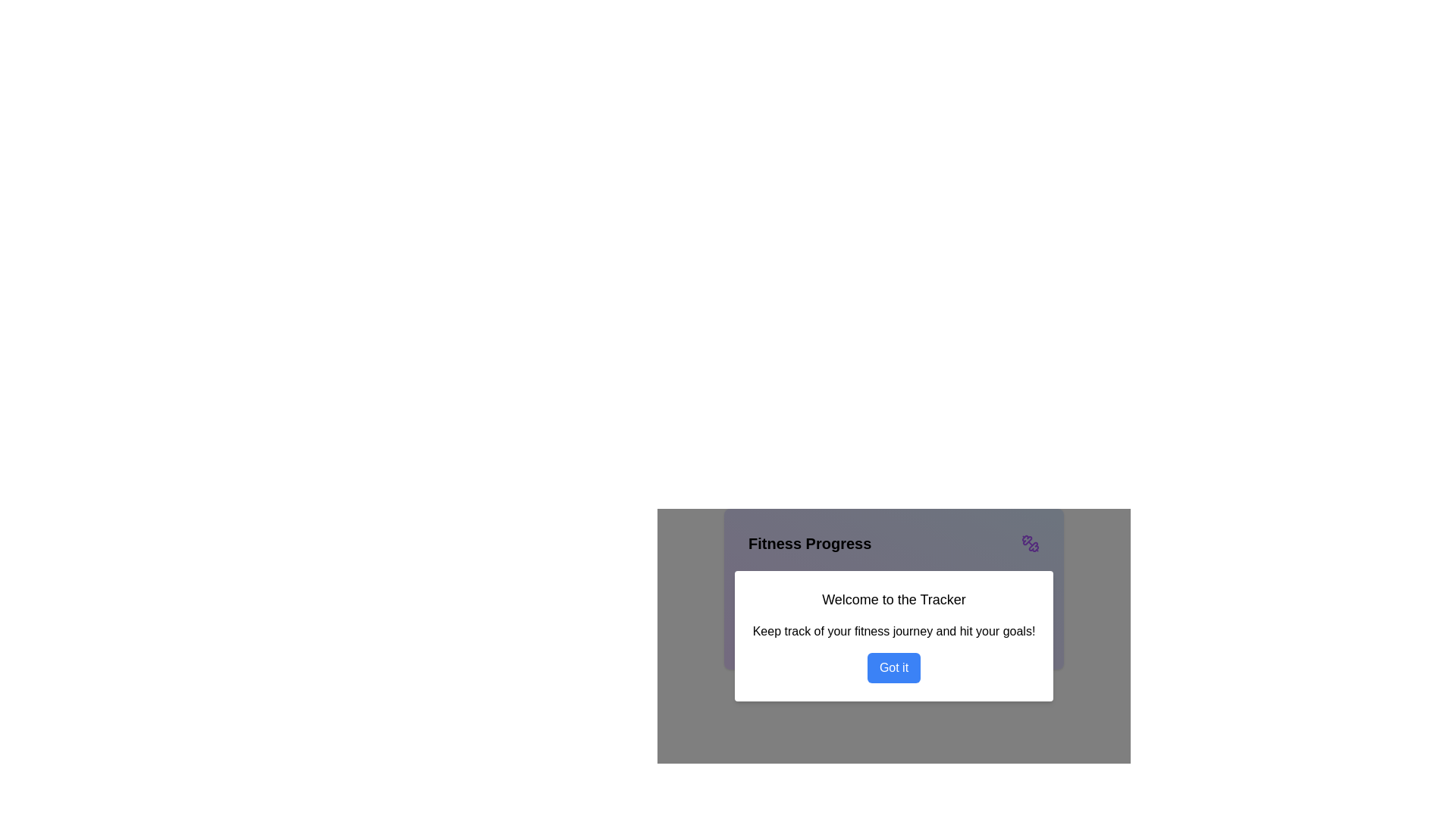 Image resolution: width=1456 pixels, height=819 pixels. I want to click on the confirmation button located at the bottom center of the modal dialog box, below the header 'Welcome to the Tracker' and the descriptive text 'Keep track of your fitness journey and hit your goals!', so click(894, 667).